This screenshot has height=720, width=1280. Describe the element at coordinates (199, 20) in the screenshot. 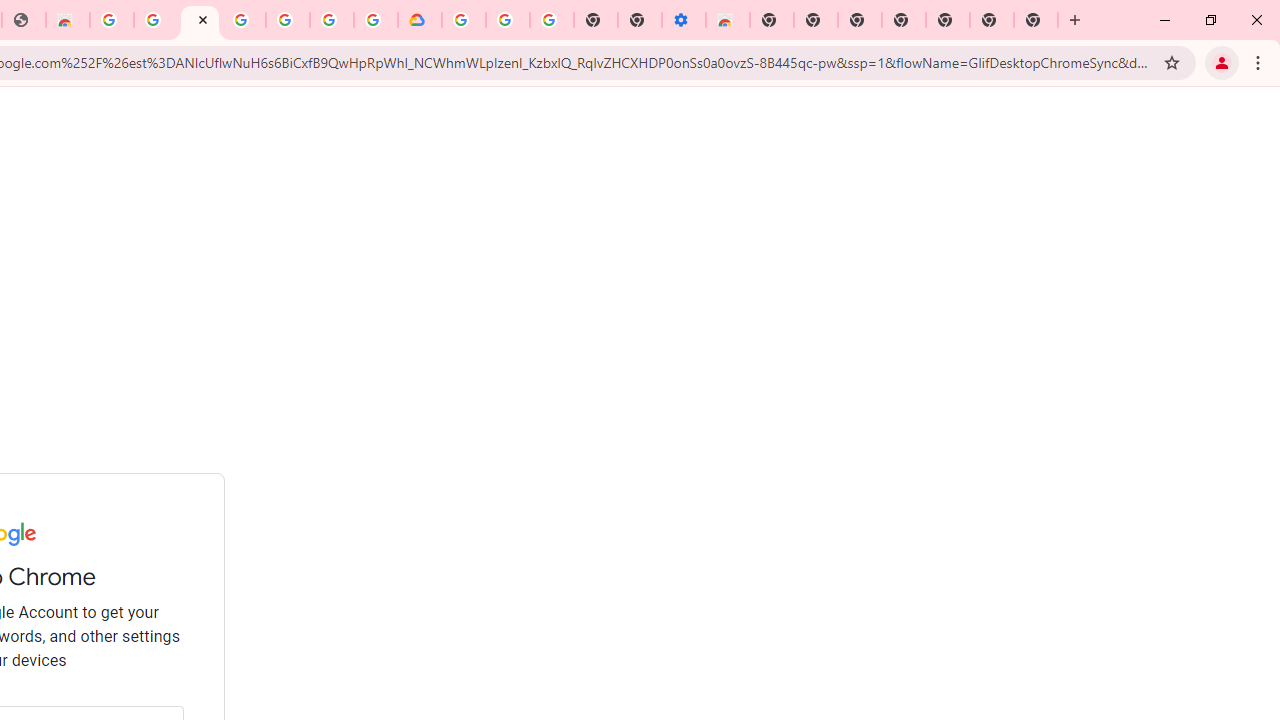

I see `'Sign in - Google Accounts'` at that location.